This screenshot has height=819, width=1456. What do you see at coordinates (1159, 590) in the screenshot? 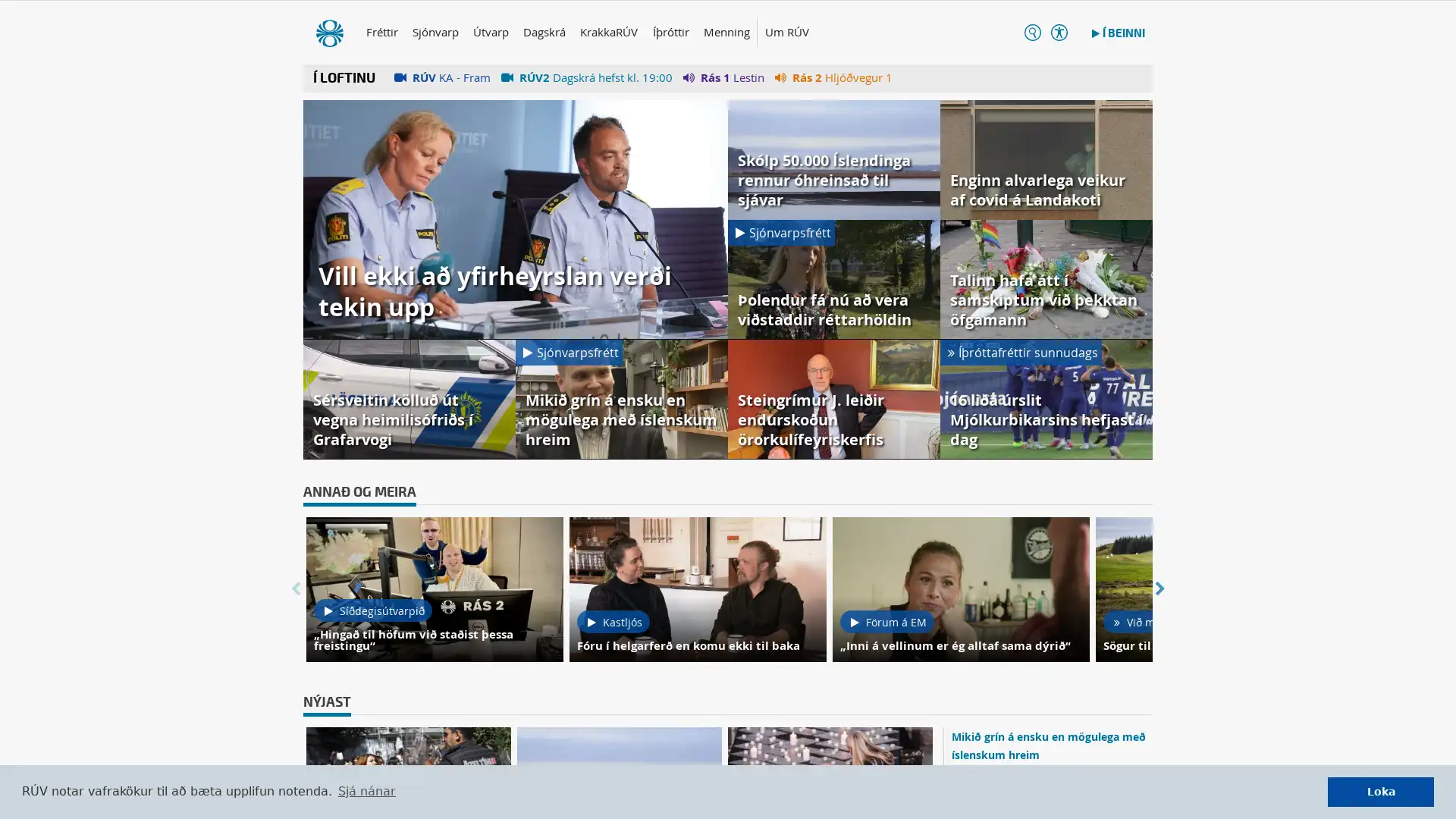
I see `Next` at bounding box center [1159, 590].